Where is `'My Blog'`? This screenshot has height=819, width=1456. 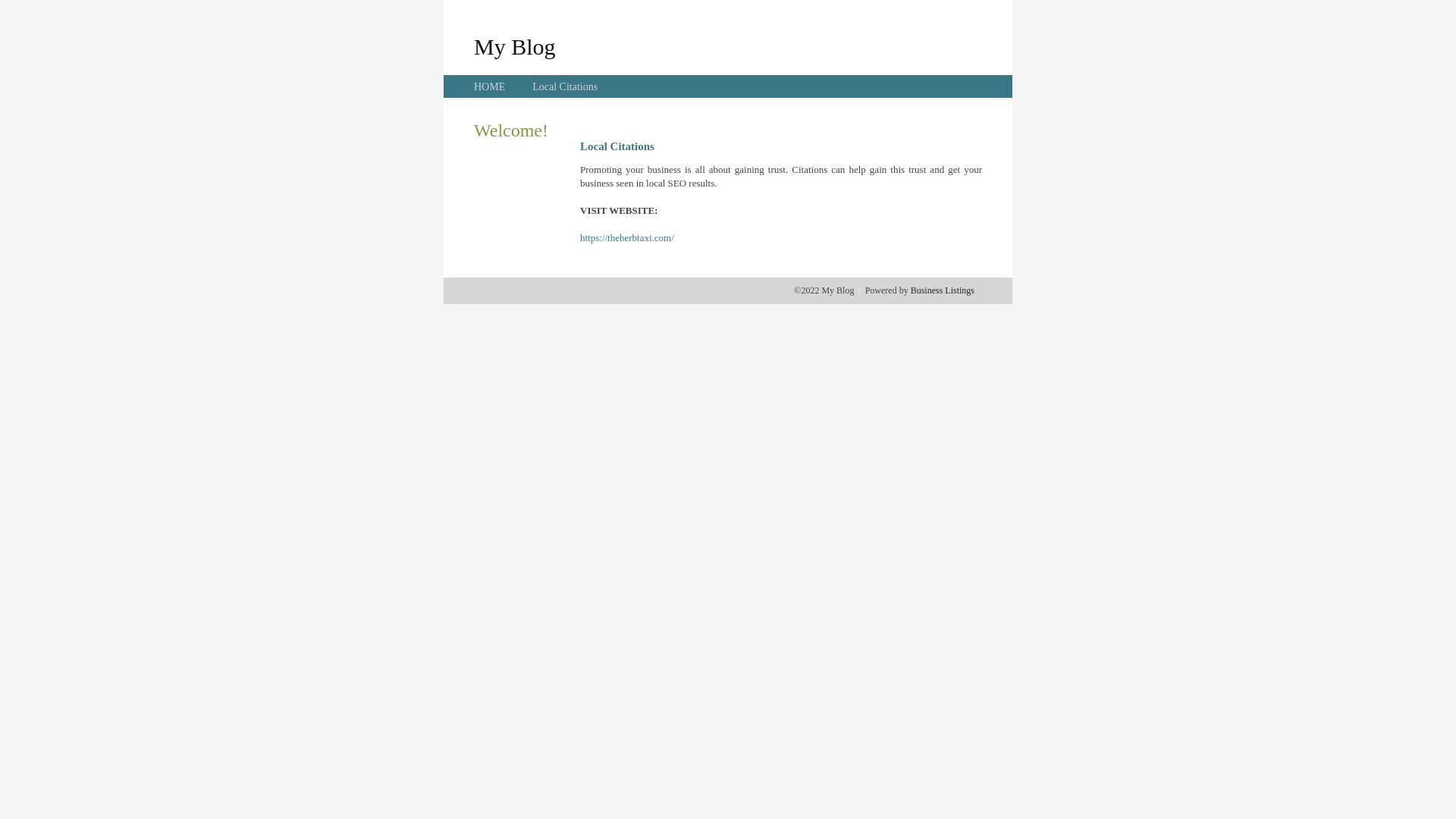
'My Blog' is located at coordinates (514, 45).